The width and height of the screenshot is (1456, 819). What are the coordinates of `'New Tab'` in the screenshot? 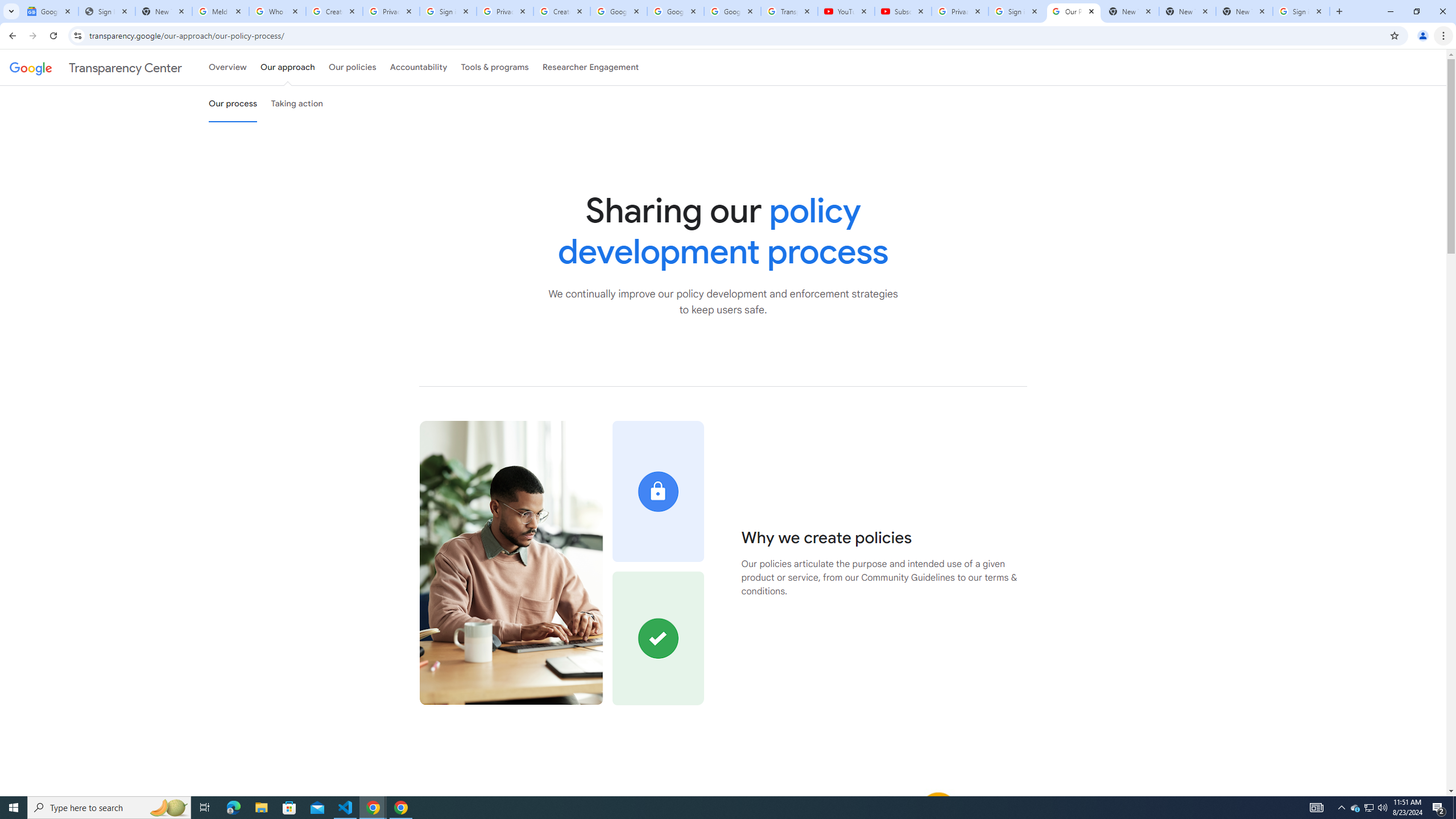 It's located at (1244, 11).